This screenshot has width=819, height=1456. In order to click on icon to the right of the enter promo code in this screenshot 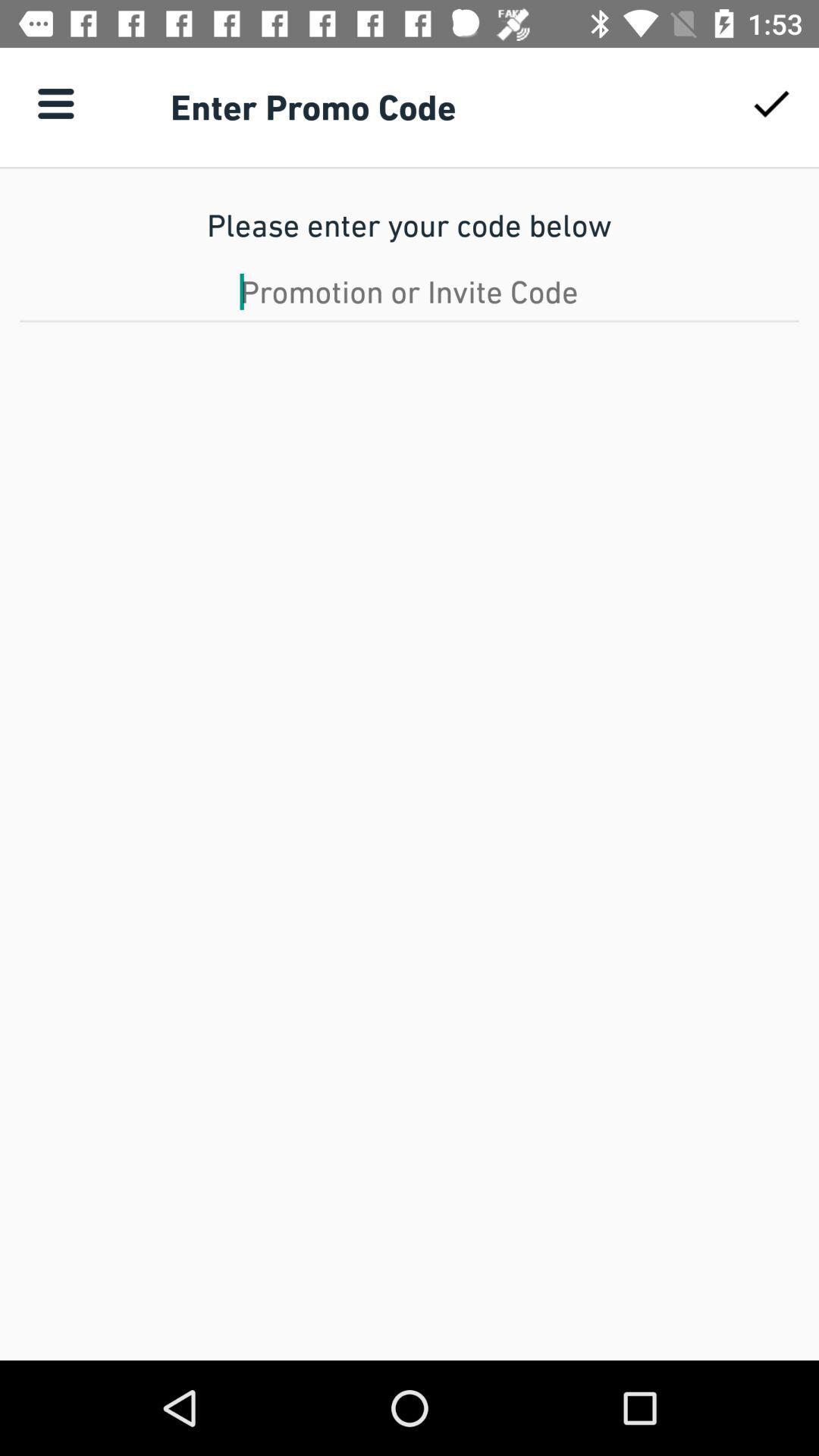, I will do `click(771, 102)`.